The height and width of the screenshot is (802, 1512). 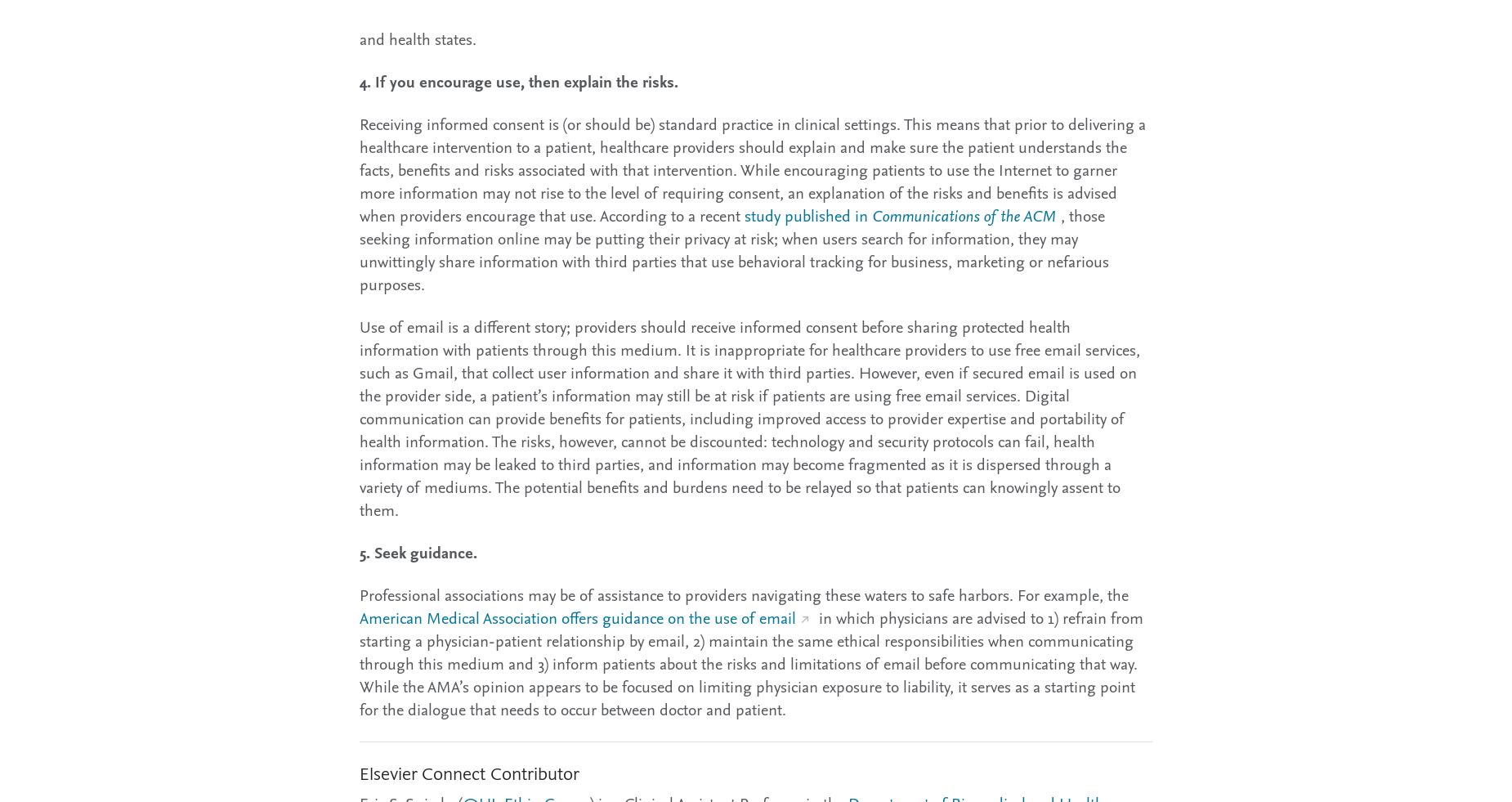 What do you see at coordinates (744, 595) in the screenshot?
I see `'Professional associations may be of assistance to providers navigating these waters to safe harbors. For example, the'` at bounding box center [744, 595].